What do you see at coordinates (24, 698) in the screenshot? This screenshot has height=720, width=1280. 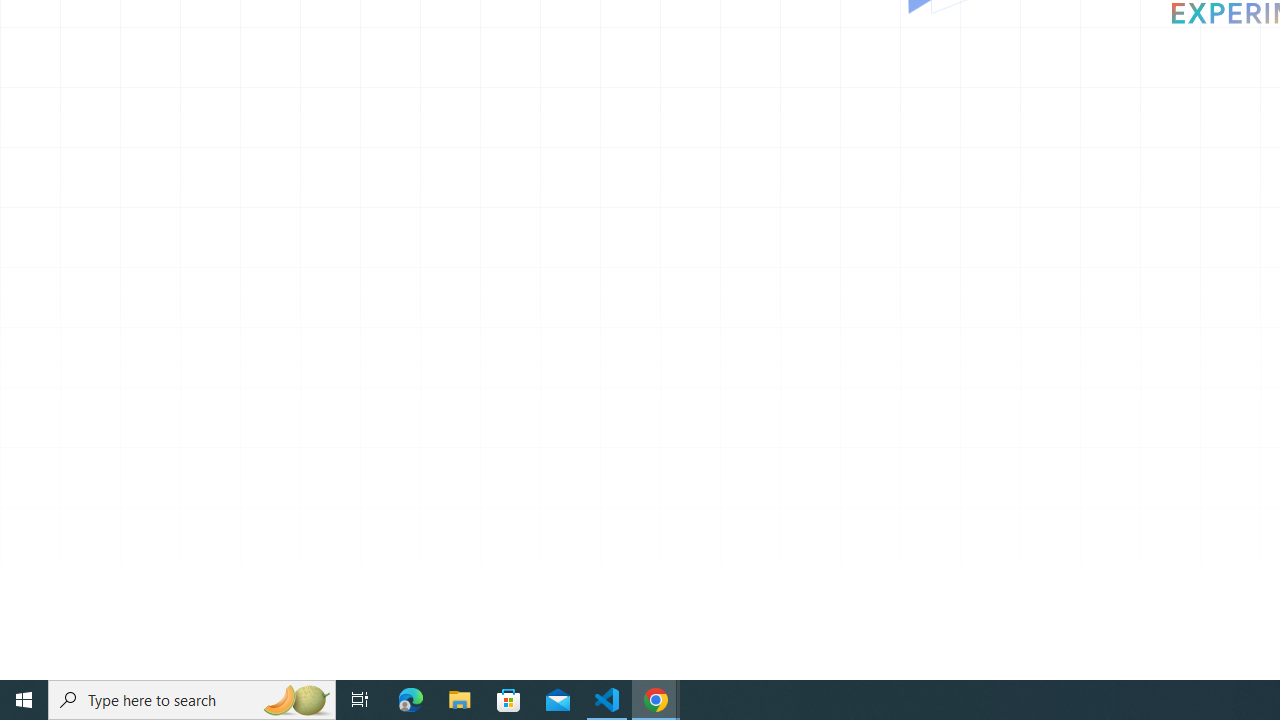 I see `'Start'` at bounding box center [24, 698].